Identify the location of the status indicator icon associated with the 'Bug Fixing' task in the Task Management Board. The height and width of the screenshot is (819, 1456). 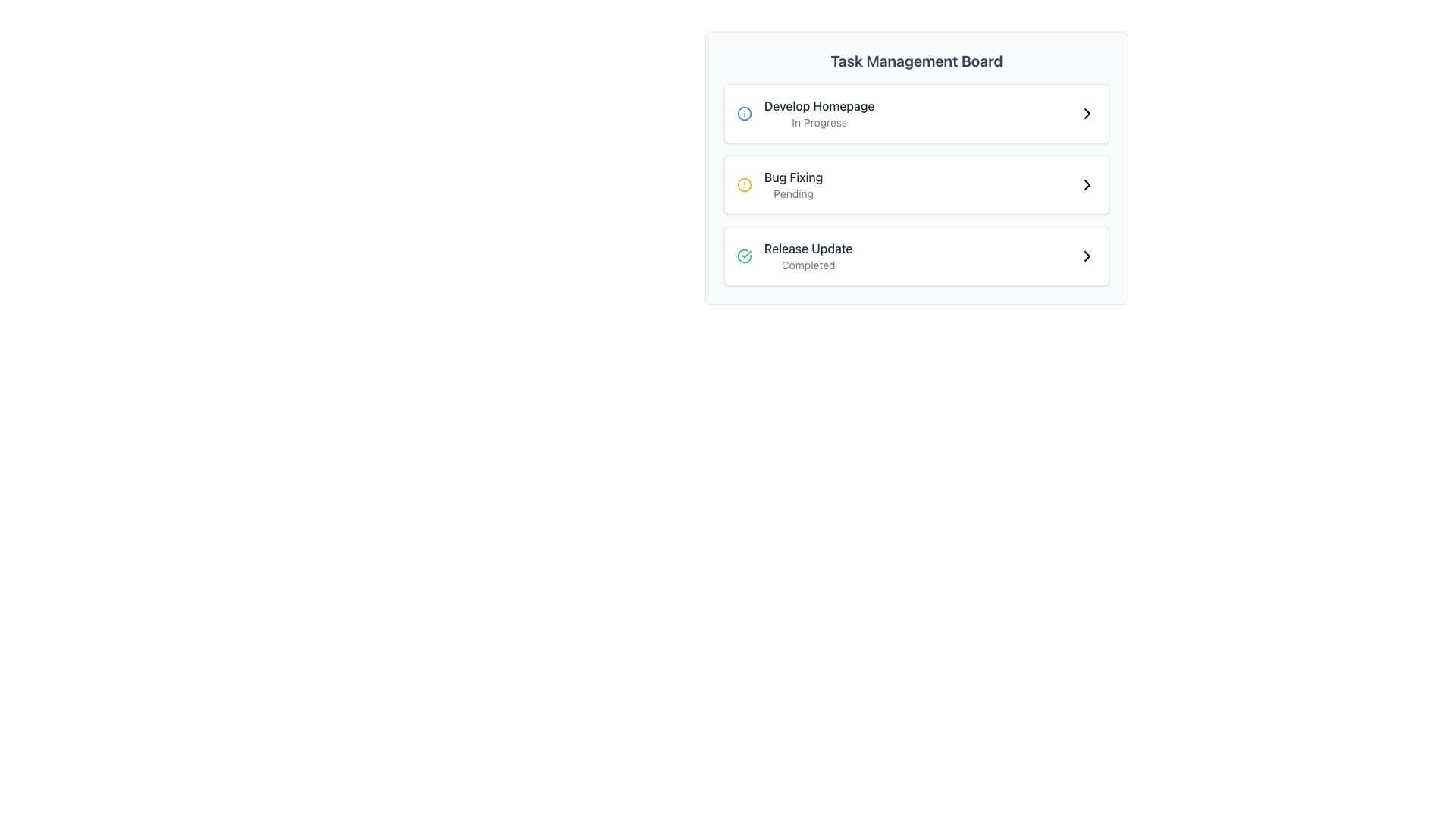
(745, 184).